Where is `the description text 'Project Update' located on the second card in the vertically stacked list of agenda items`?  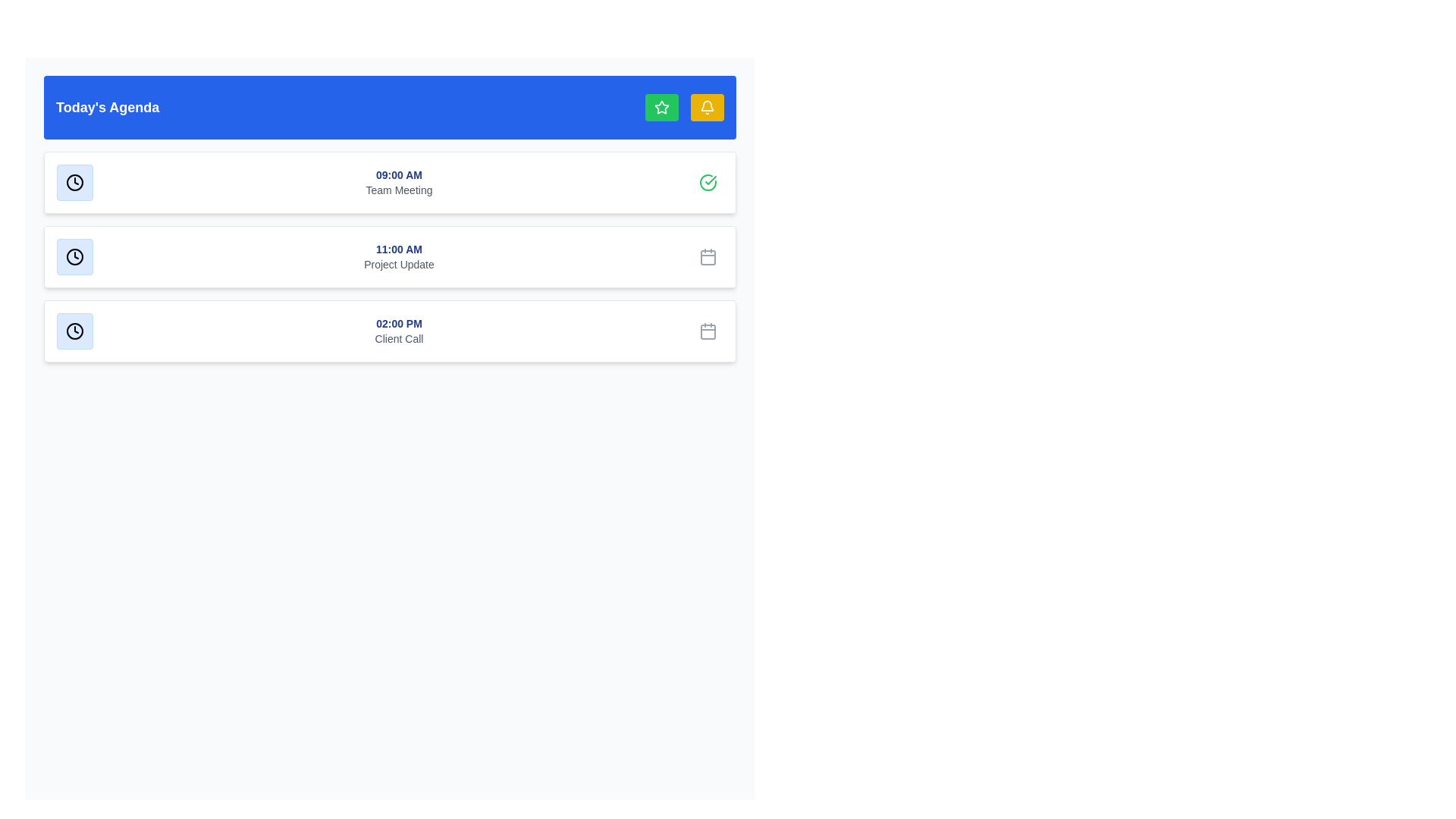 the description text 'Project Update' located on the second card in the vertically stacked list of agenda items is located at coordinates (390, 256).